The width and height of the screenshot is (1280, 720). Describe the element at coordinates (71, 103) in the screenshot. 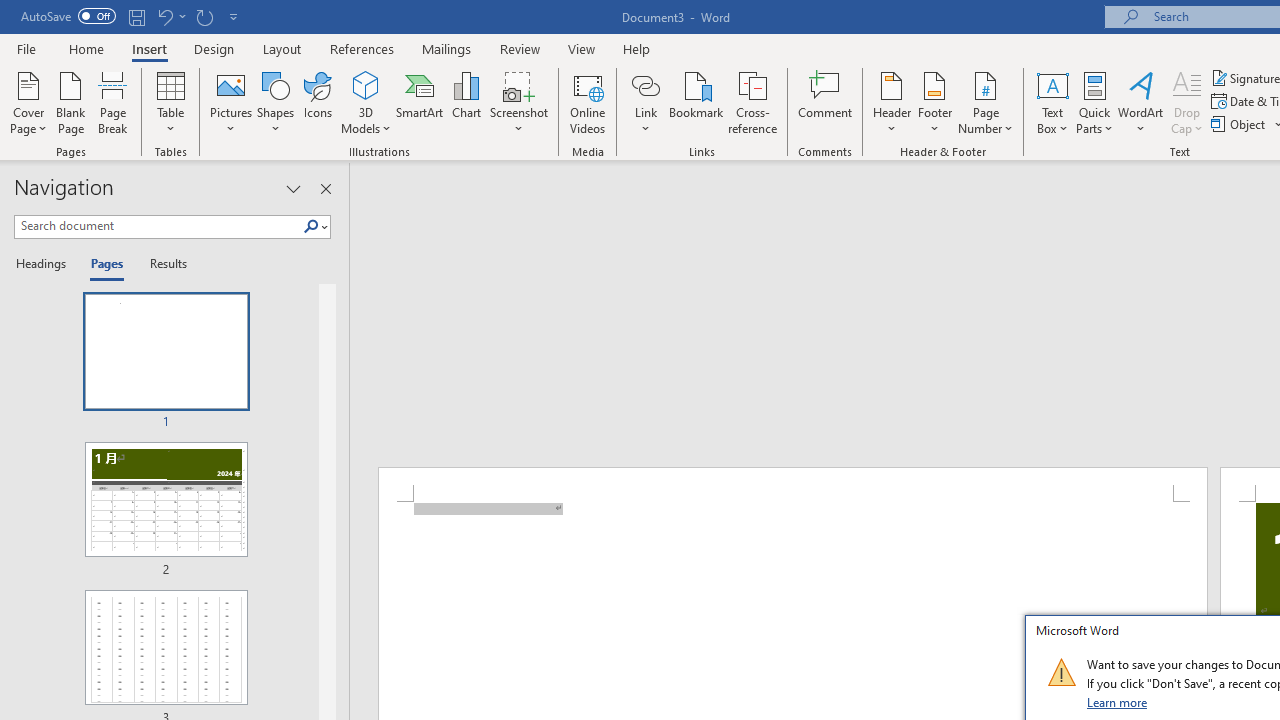

I see `'Blank Page'` at that location.